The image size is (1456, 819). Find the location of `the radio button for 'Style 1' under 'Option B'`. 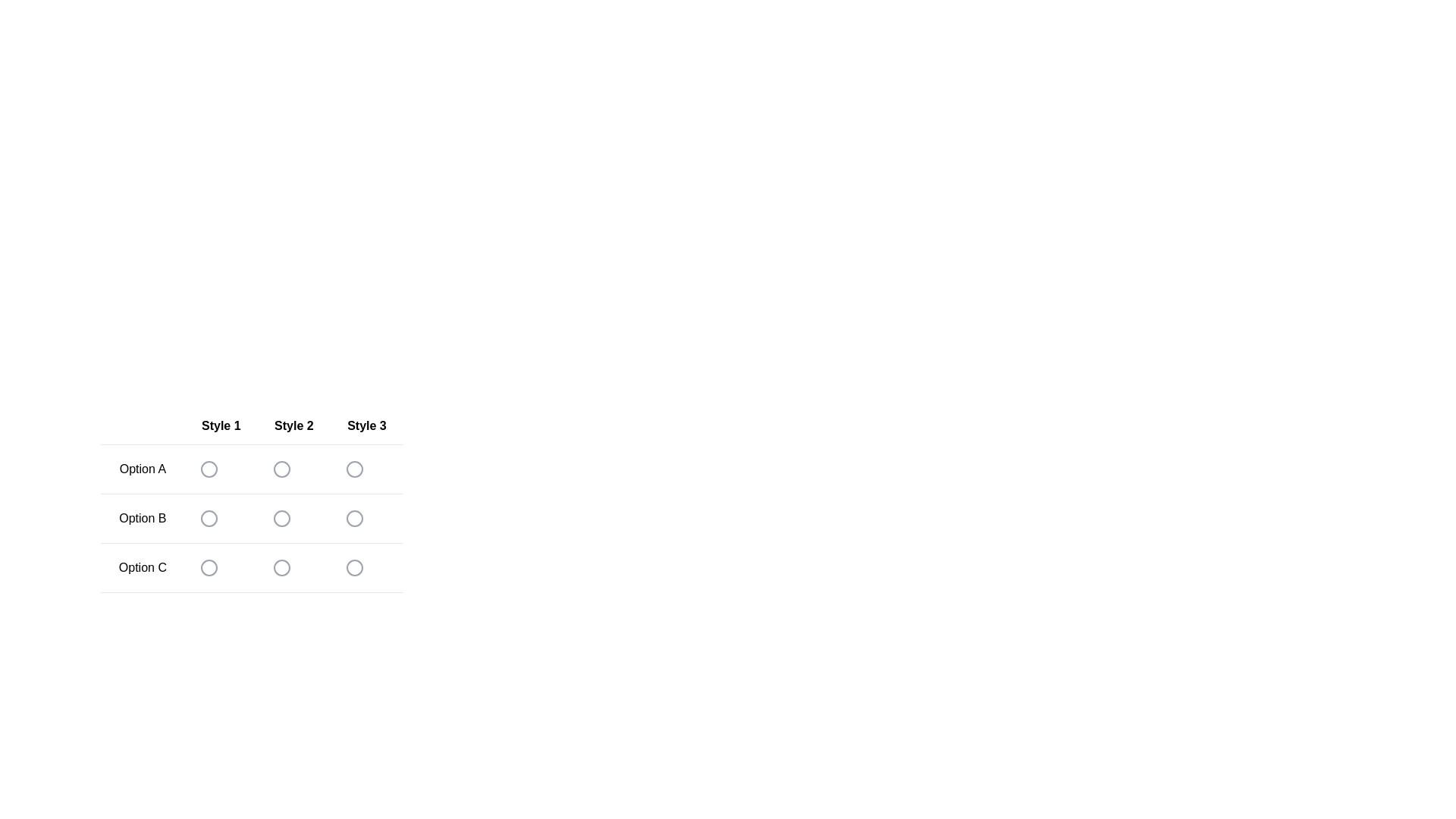

the radio button for 'Style 1' under 'Option B' is located at coordinates (220, 517).